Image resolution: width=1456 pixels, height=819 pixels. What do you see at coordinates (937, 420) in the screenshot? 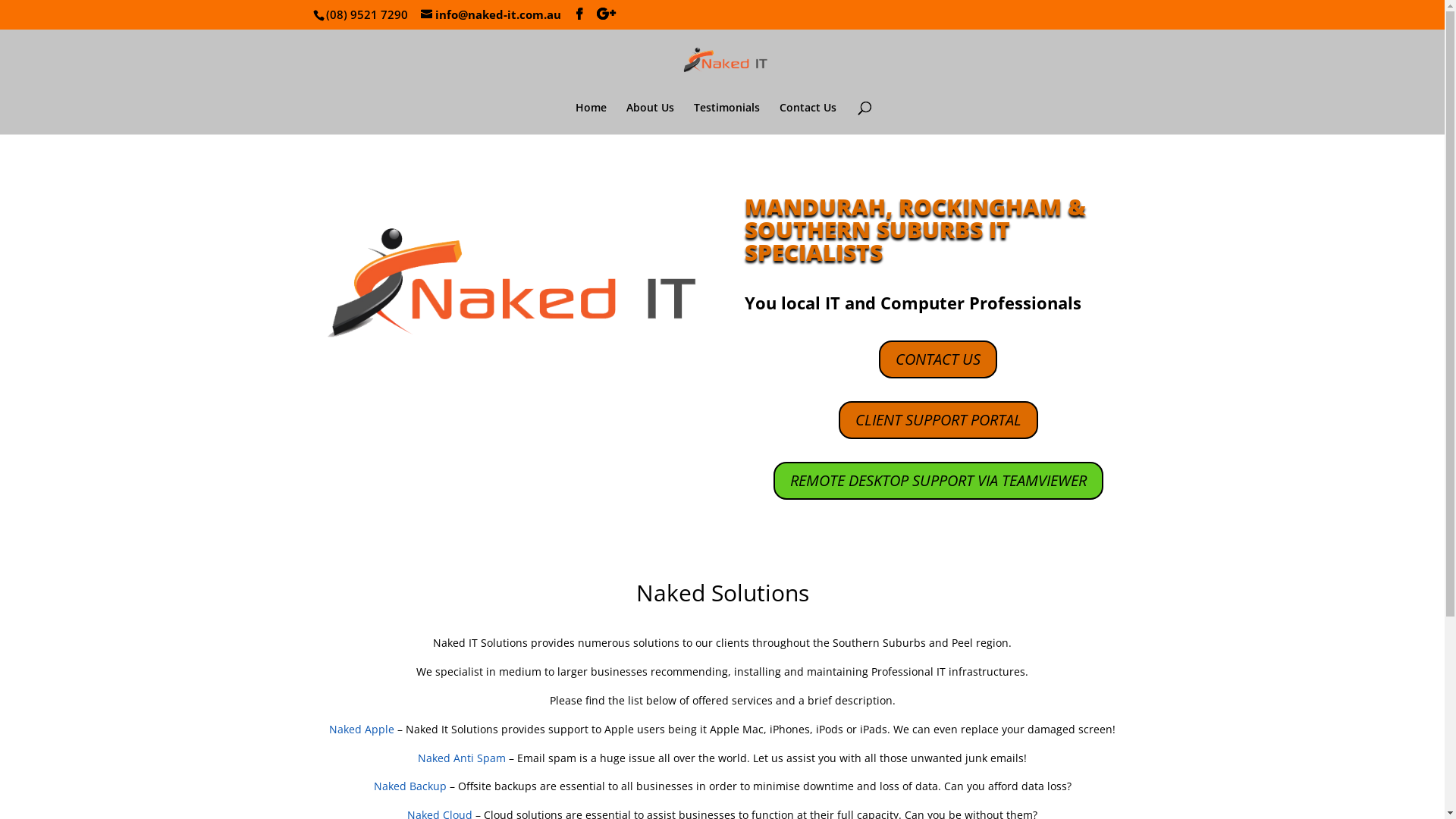
I see `'CLIENT SUPPORT PORTAL'` at bounding box center [937, 420].